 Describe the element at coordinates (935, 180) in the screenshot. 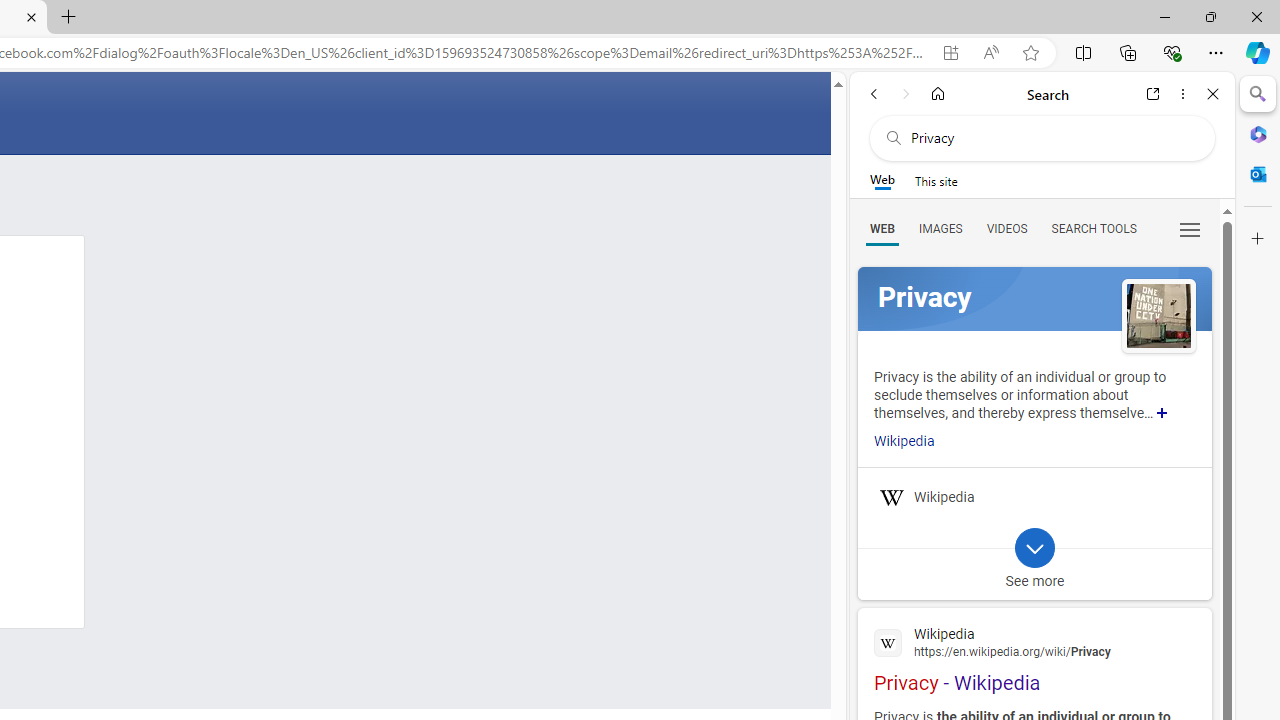

I see `'This site scope'` at that location.